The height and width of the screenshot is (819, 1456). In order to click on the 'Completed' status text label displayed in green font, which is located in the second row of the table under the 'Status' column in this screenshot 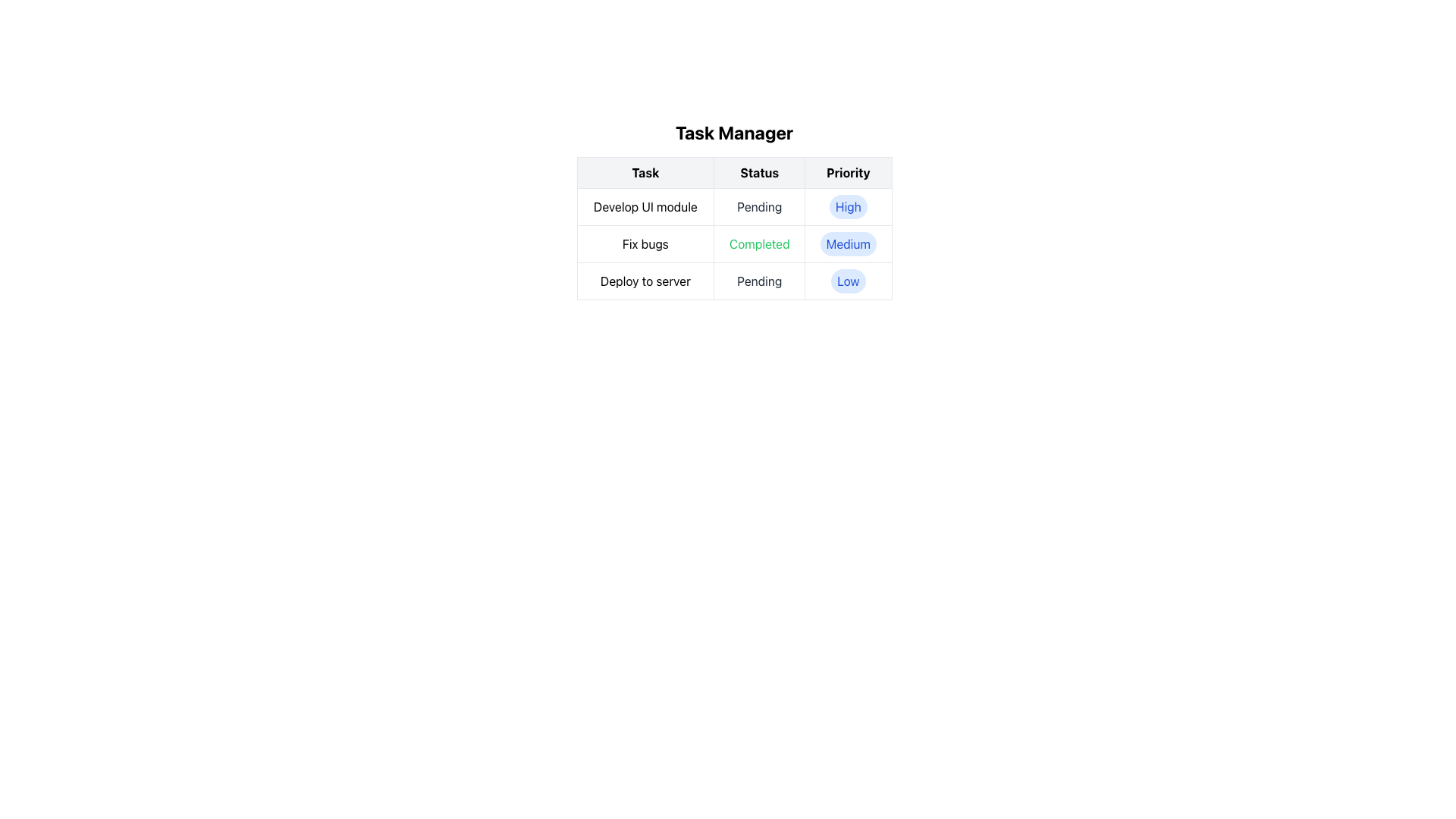, I will do `click(759, 243)`.